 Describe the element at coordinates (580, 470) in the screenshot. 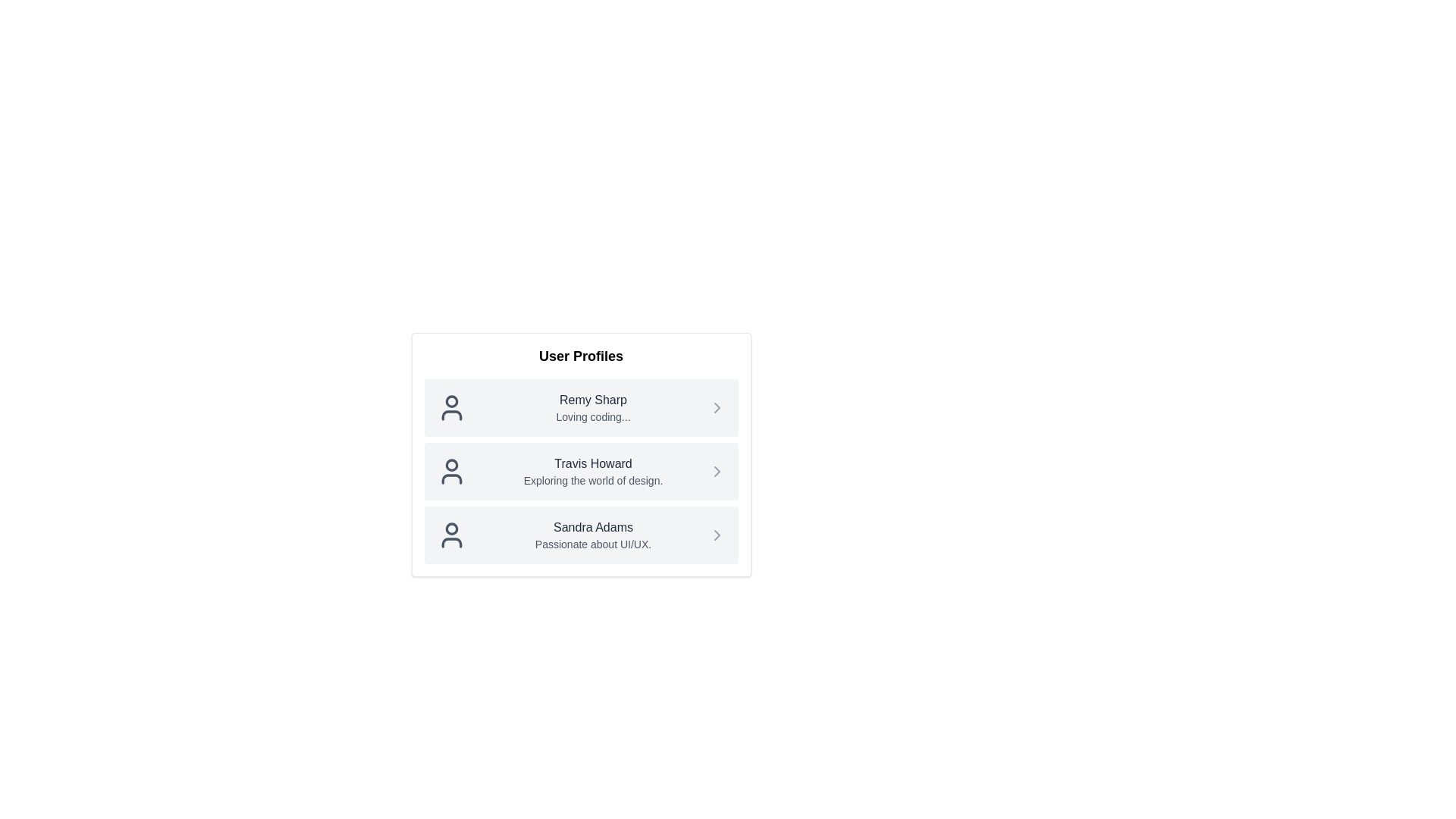

I see `the user profile summary card displaying the name 'Travis Howard' and the description 'Exploring the world of design.', which is the second card in a vertical list between the first card 'Remy Sharp' and the third card 'Sandra Adams'` at that location.